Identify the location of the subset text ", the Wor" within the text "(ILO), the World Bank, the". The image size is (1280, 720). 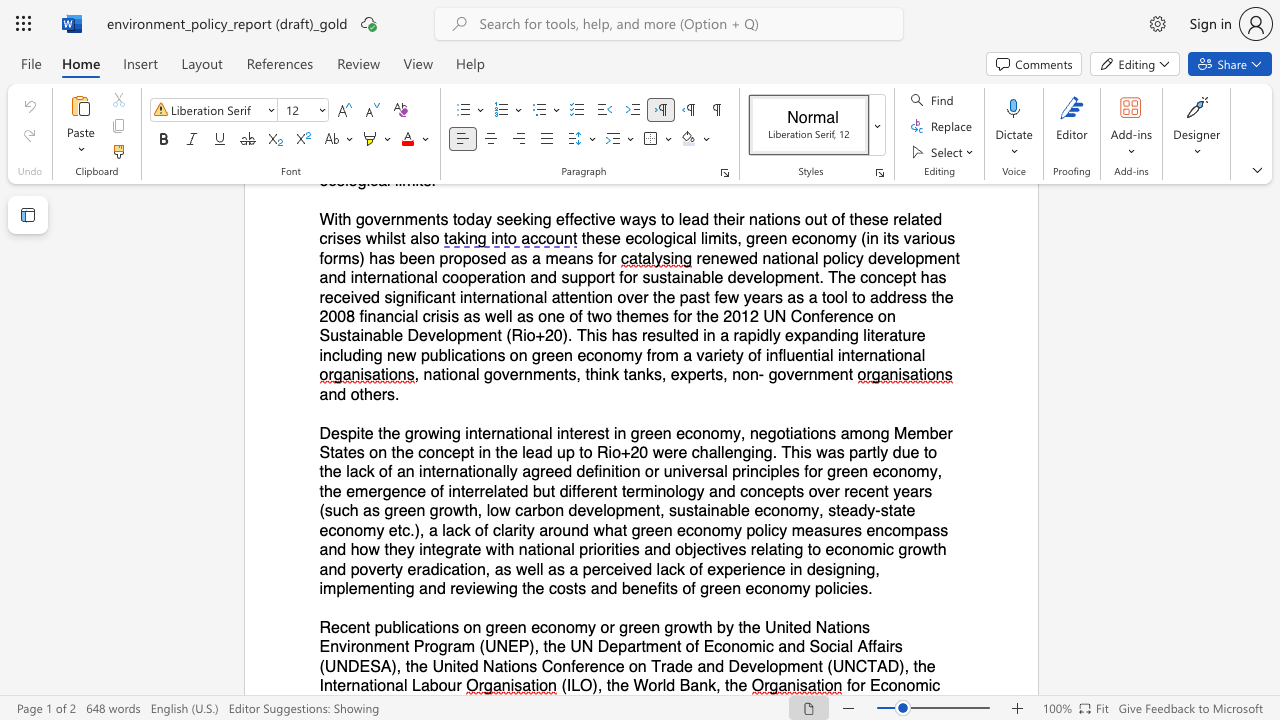
(596, 685).